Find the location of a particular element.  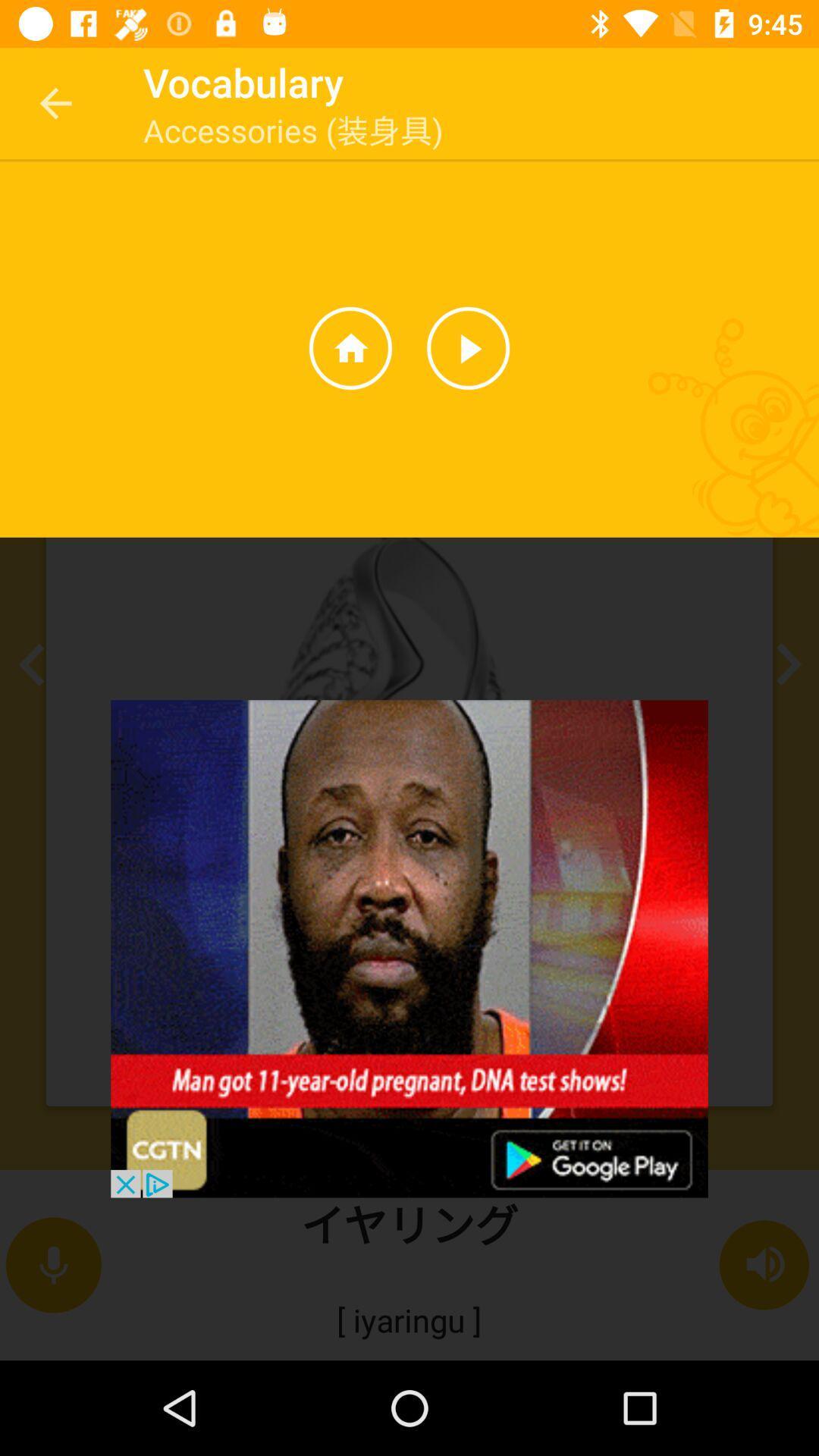

the volume icon is located at coordinates (765, 1265).